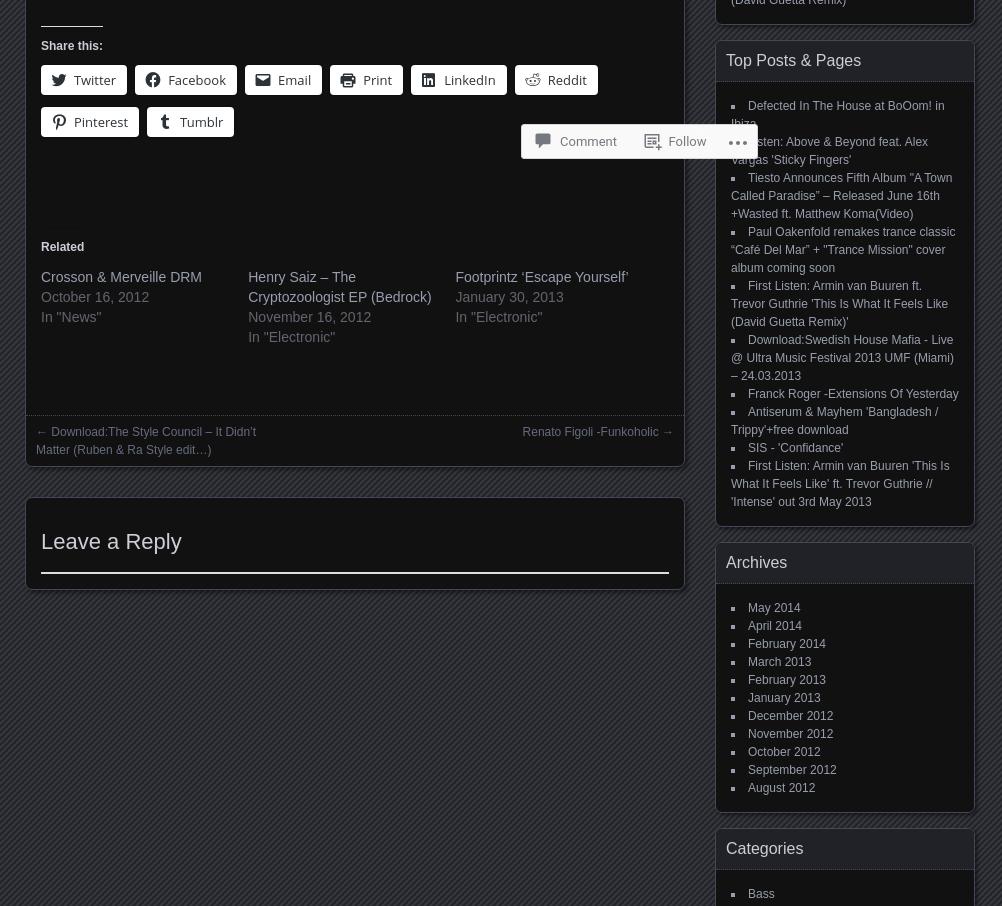 The width and height of the screenshot is (1002, 906). Describe the element at coordinates (686, 66) in the screenshot. I see `'Follow'` at that location.